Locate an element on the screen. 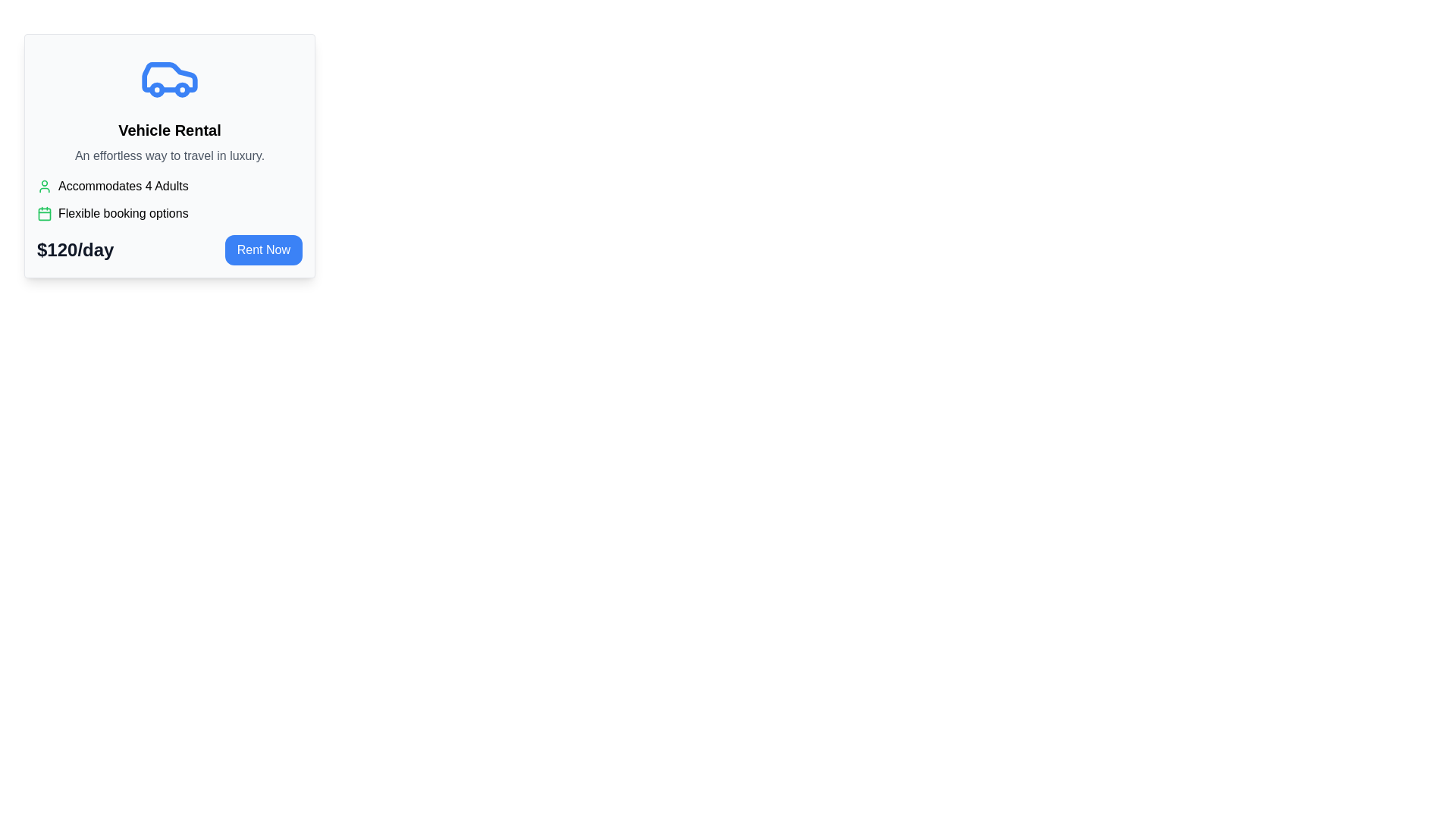  the rectangular shape that is part of the calendar icon located below the 'Flexible booking options' text, which represents the main body of the calendar grid area is located at coordinates (44, 213).